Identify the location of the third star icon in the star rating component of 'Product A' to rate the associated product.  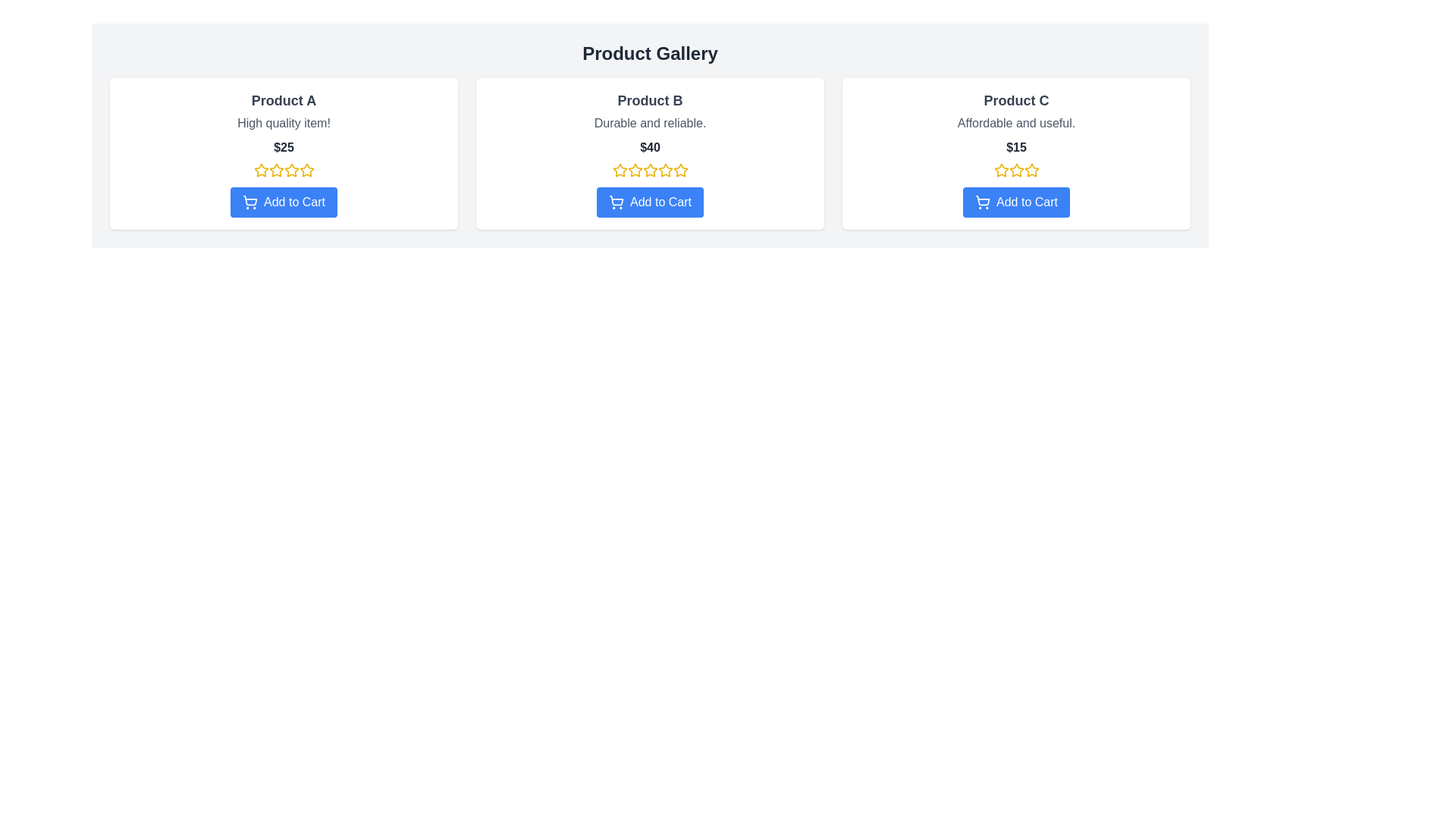
(276, 170).